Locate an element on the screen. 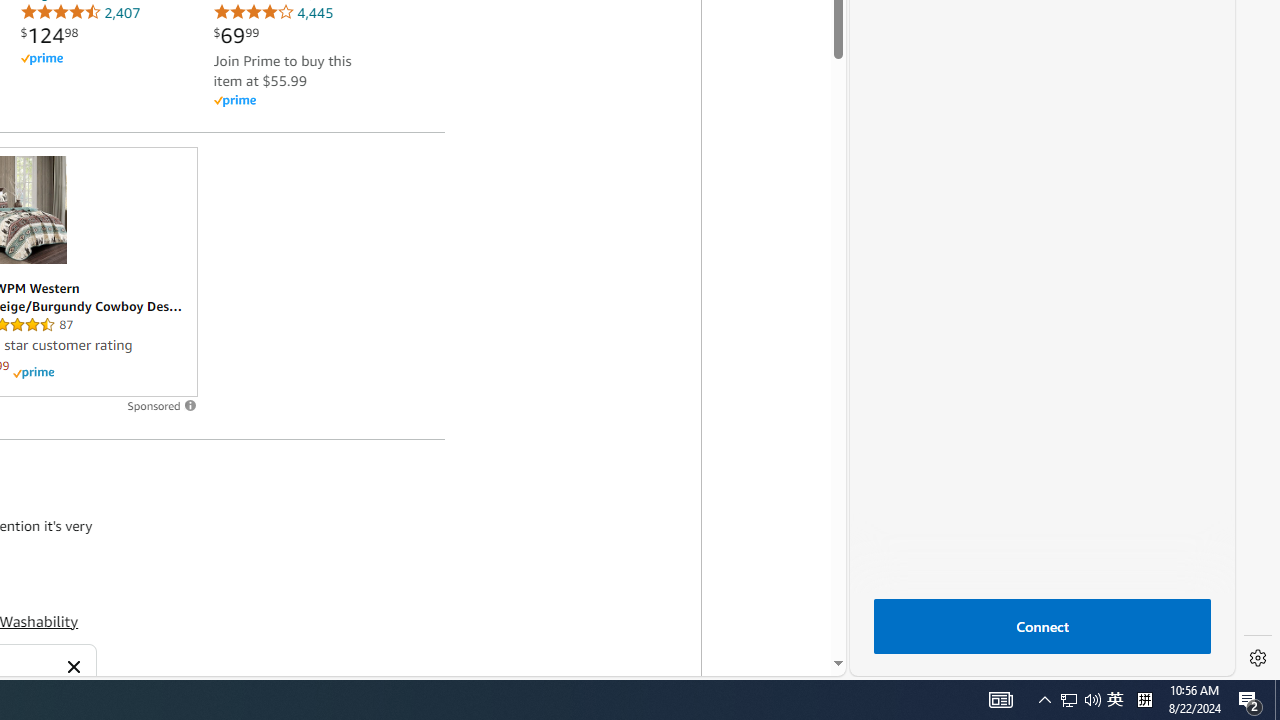 Image resolution: width=1280 pixels, height=720 pixels. 'Connect' is located at coordinates (1041, 625).